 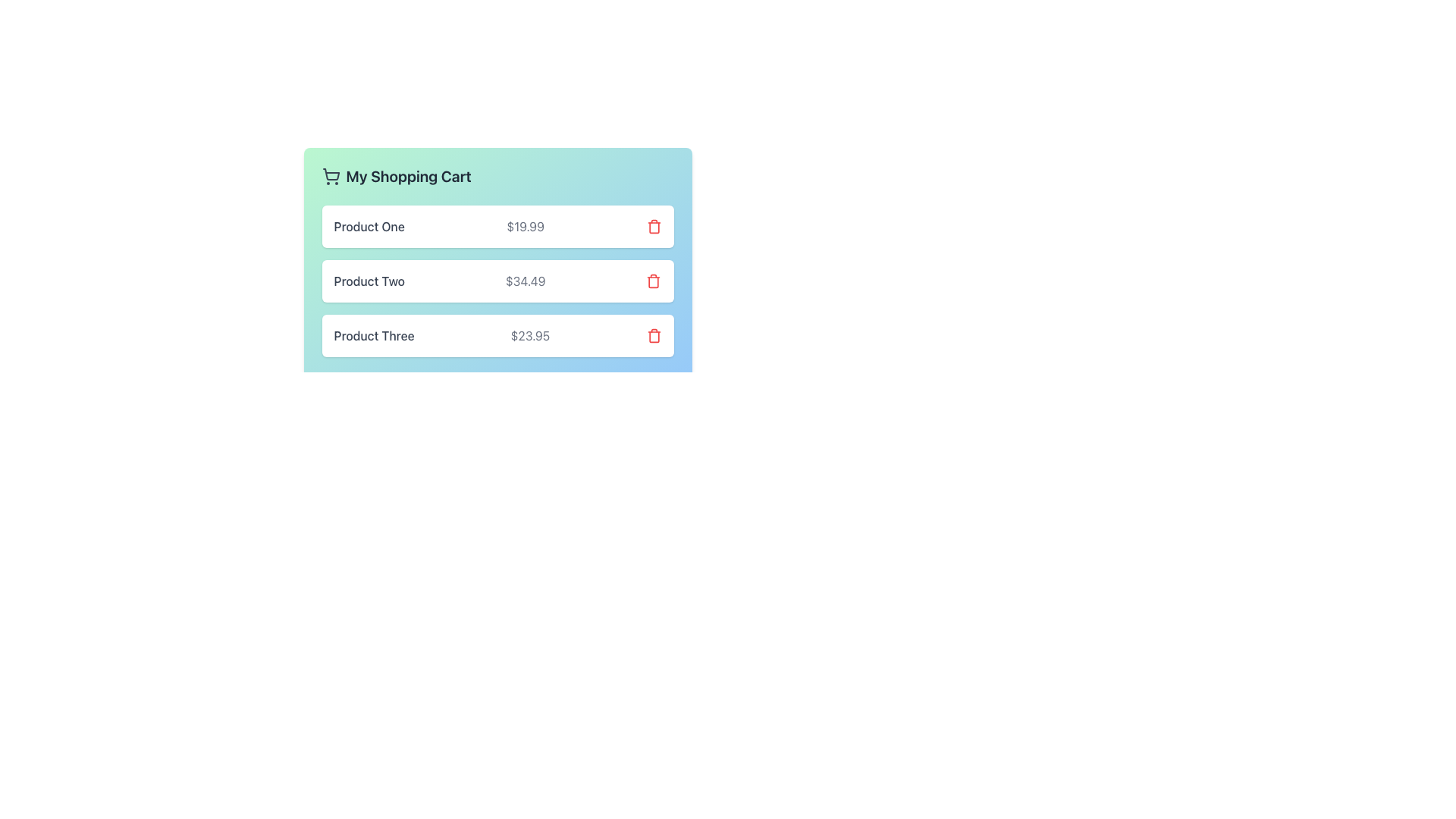 I want to click on the text label displaying 'Product One' by clicking and dragging from its center point, so click(x=369, y=227).